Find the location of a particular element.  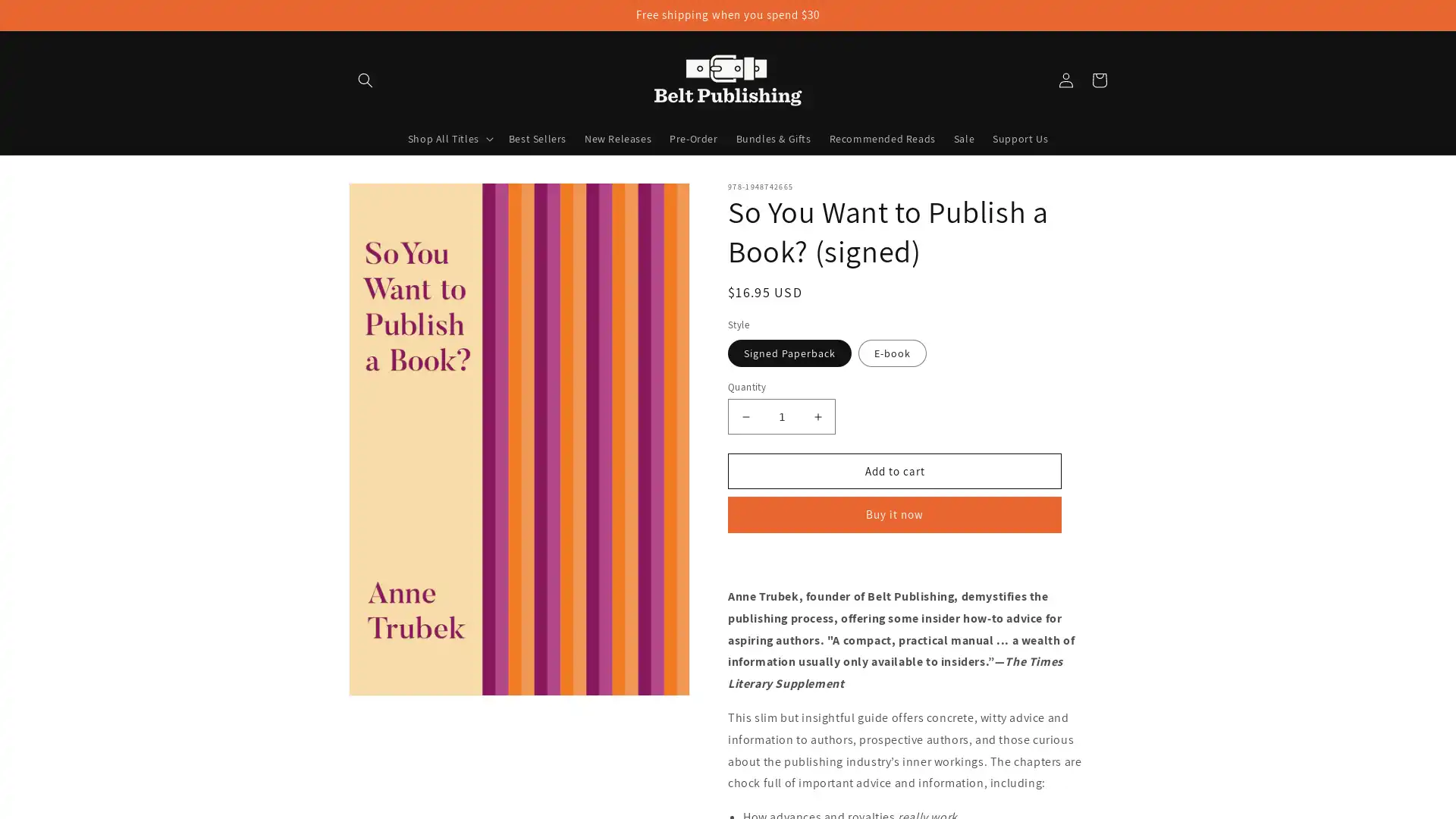

Add to cart is located at coordinates (895, 470).